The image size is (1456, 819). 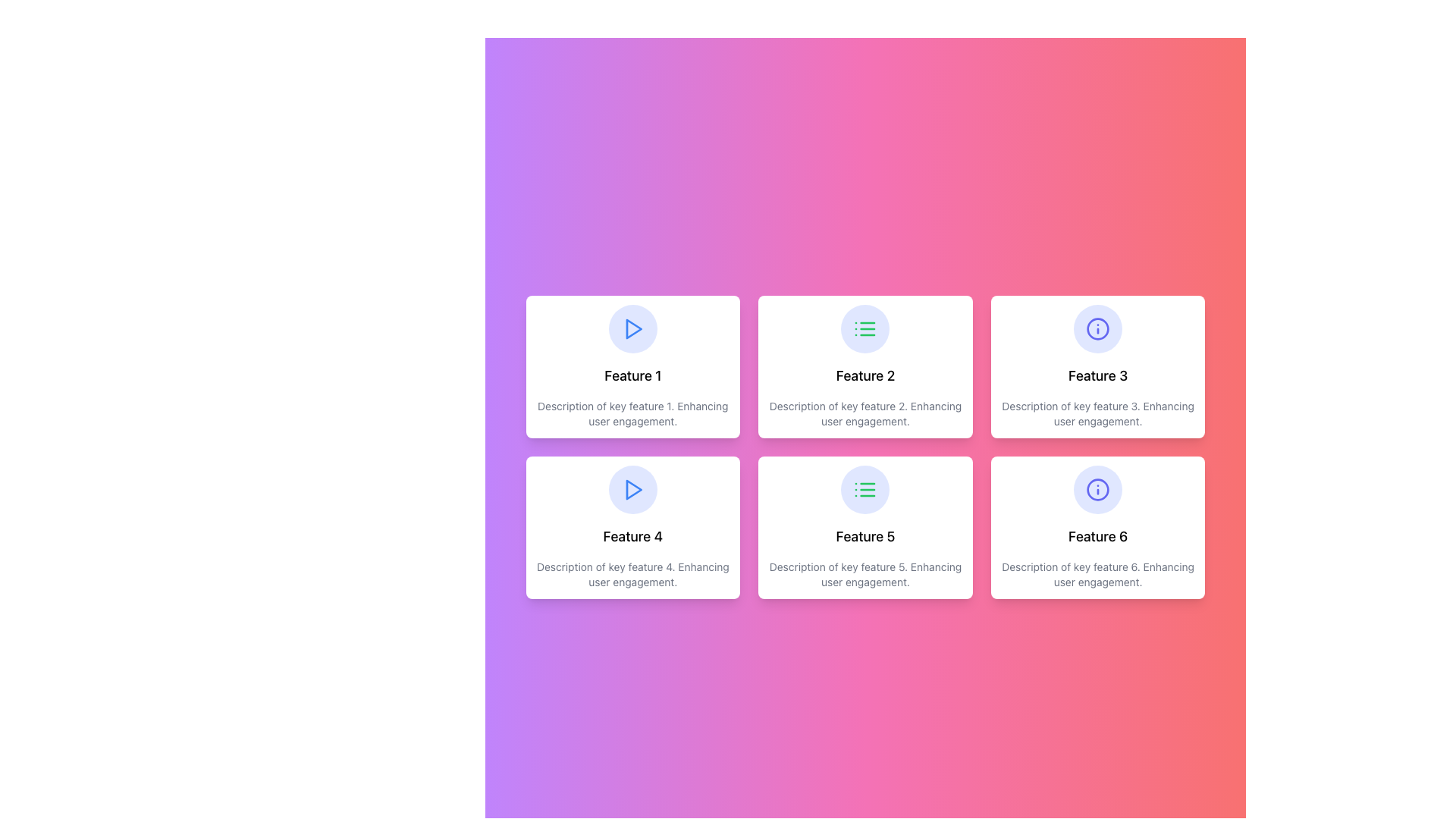 I want to click on the text label that serves as the title or header for the feature, located in the top-left corner of the first card in a grid of six cards, so click(x=632, y=375).